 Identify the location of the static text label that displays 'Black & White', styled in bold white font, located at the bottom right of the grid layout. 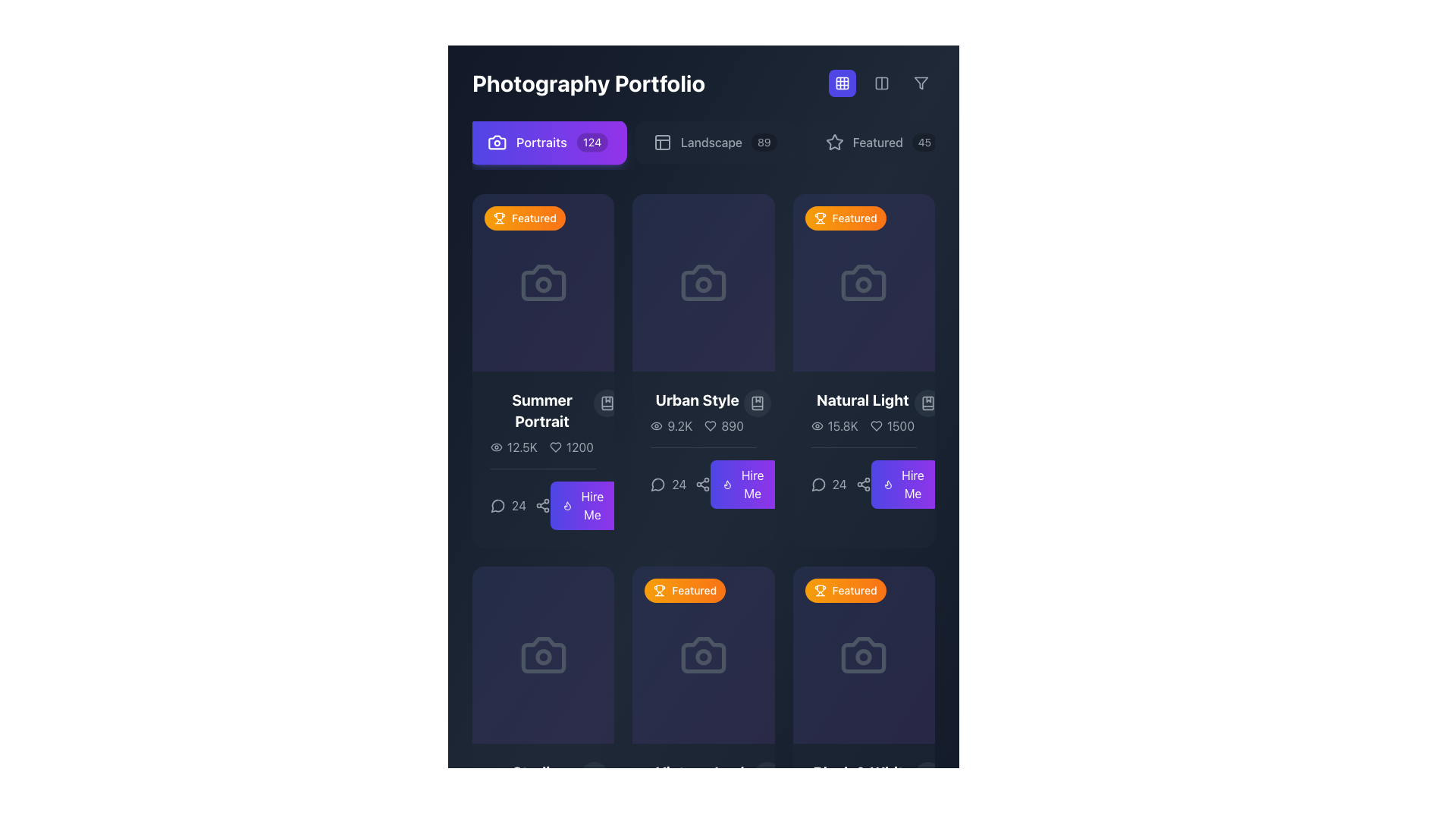
(862, 773).